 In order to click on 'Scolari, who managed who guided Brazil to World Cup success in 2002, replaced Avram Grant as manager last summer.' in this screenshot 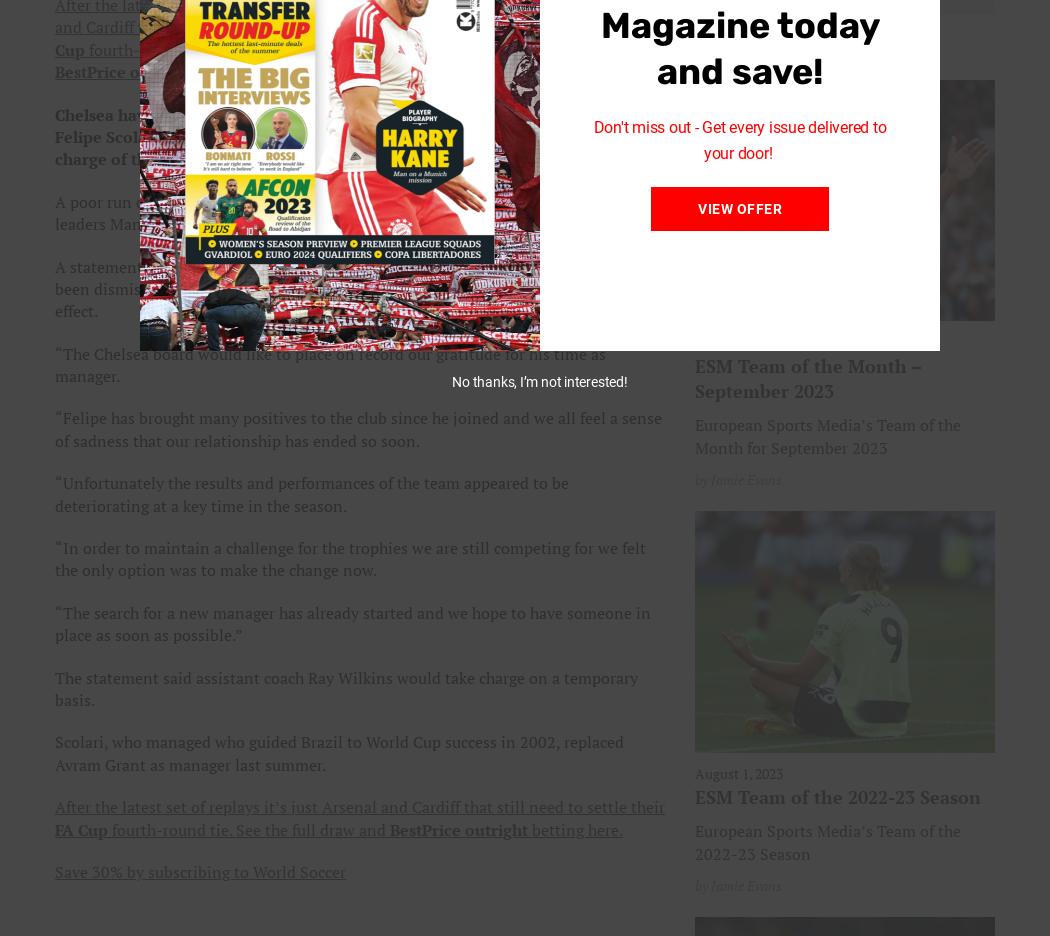, I will do `click(338, 753)`.